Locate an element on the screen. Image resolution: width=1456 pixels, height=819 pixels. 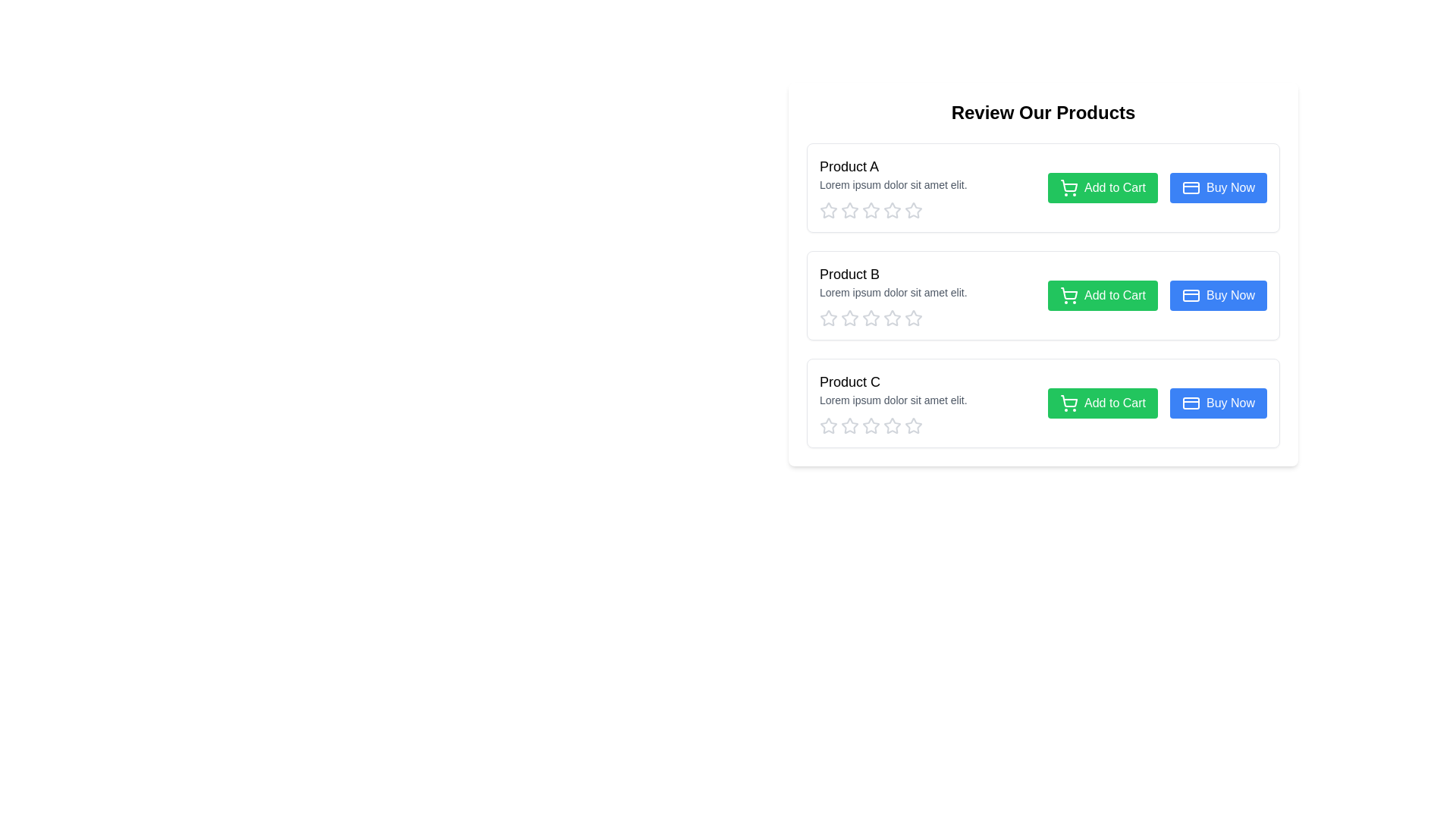
the third star in the second row of the product rating interface is located at coordinates (871, 317).